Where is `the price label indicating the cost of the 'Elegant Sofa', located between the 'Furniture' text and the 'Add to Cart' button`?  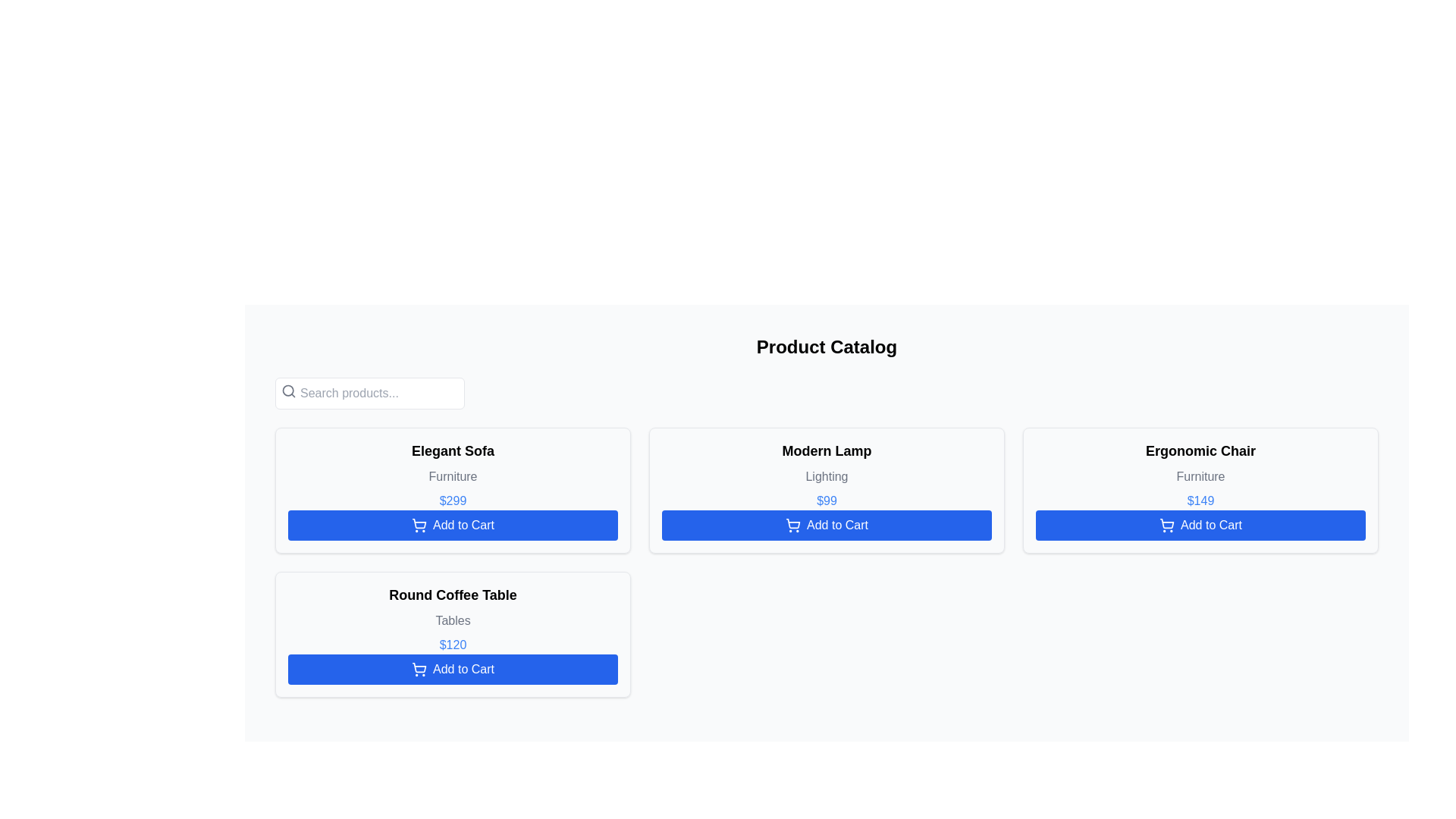
the price label indicating the cost of the 'Elegant Sofa', located between the 'Furniture' text and the 'Add to Cart' button is located at coordinates (452, 500).